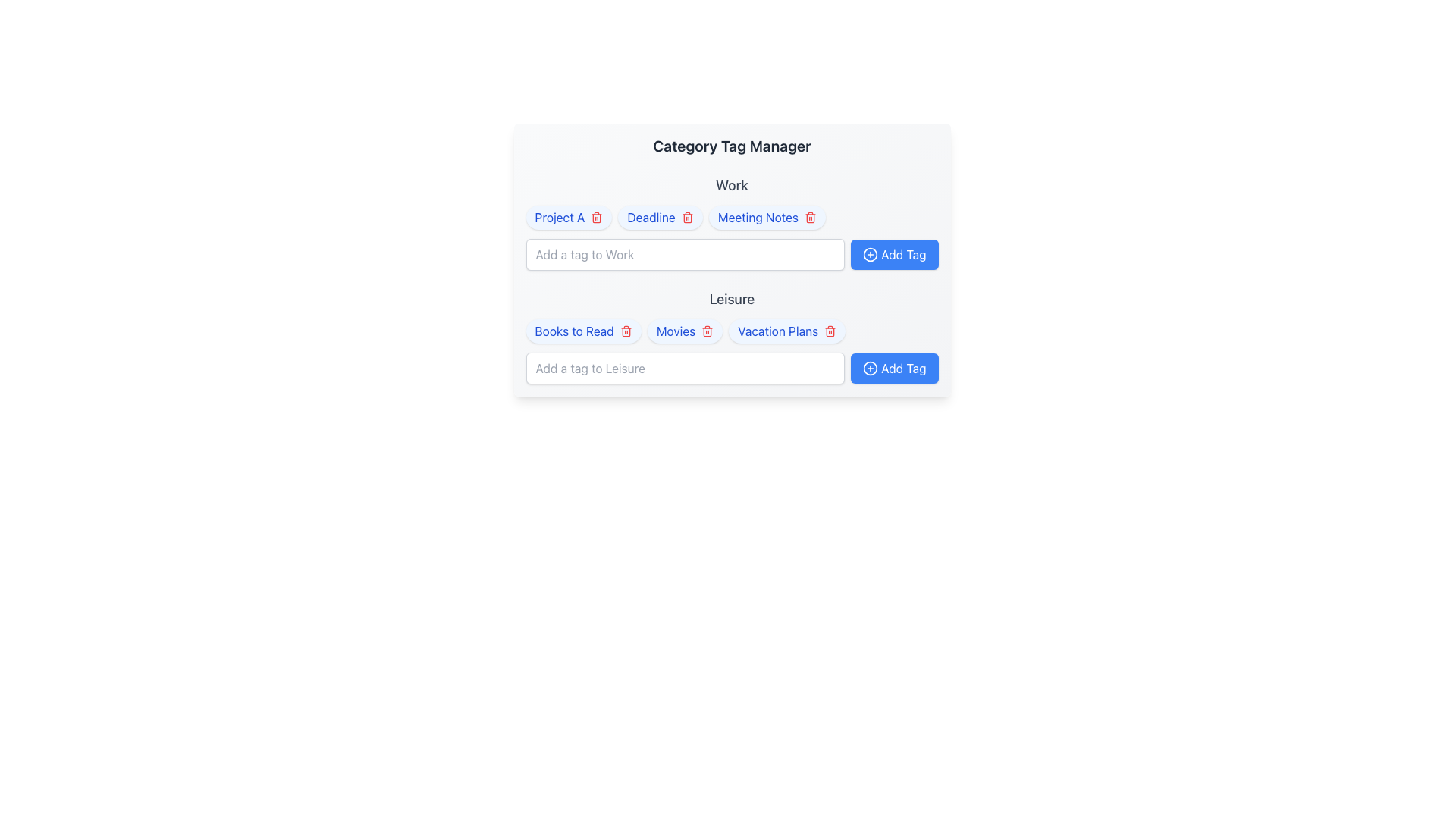 This screenshot has height=819, width=1456. Describe the element at coordinates (596, 217) in the screenshot. I see `the red trash bin icon button located to the right of the 'Project A' label in the 'Work' section of the 'Category Tag Manager' interface` at that location.